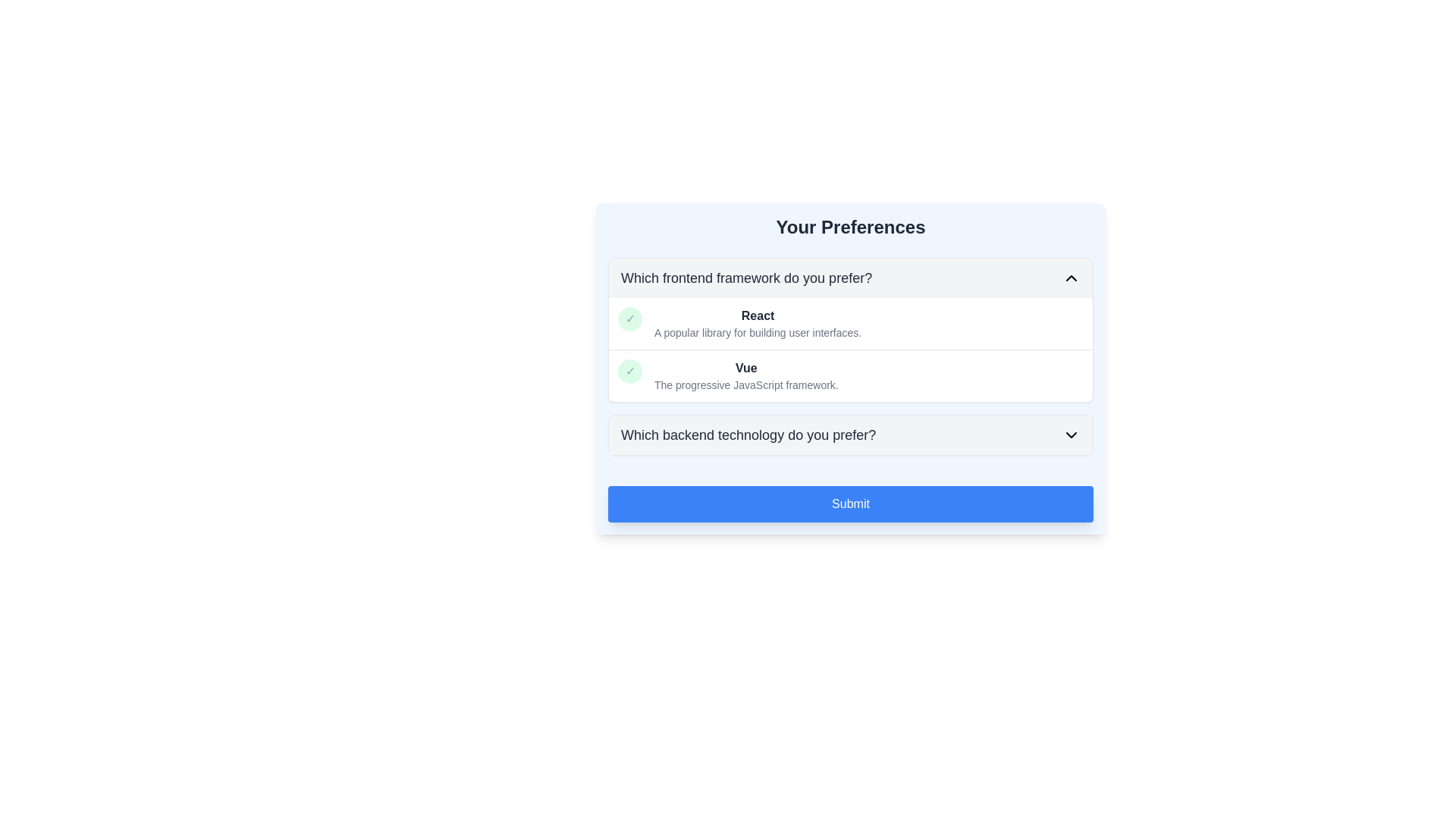  What do you see at coordinates (758, 323) in the screenshot?
I see `text block displaying 'React' in bold and its description 'A popular library for building user interfaces.' located under the question 'Which frontend framework do you prefer?'` at bounding box center [758, 323].